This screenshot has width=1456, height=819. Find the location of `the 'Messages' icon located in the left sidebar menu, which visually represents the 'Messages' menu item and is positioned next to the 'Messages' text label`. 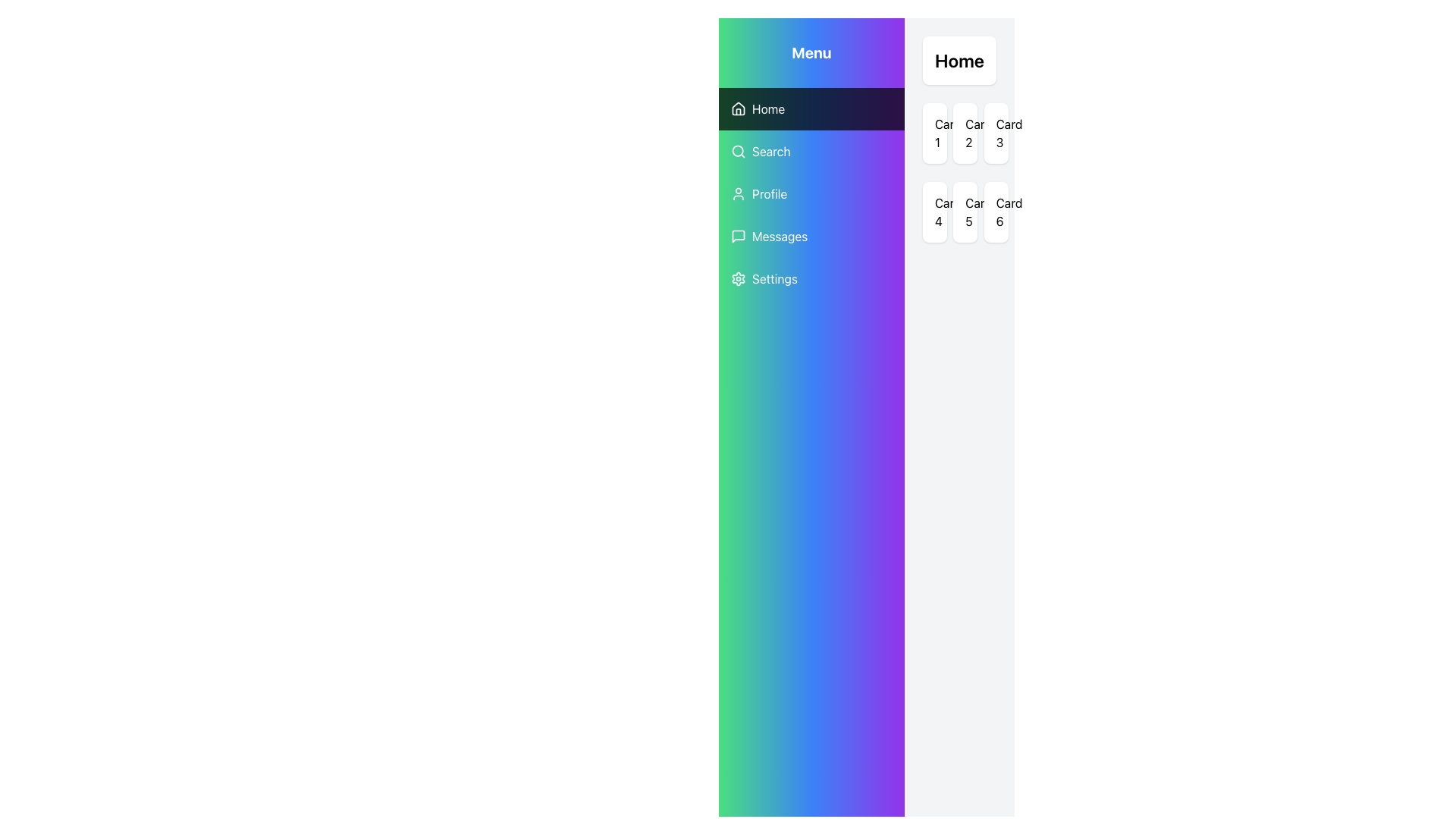

the 'Messages' icon located in the left sidebar menu, which visually represents the 'Messages' menu item and is positioned next to the 'Messages' text label is located at coordinates (739, 237).